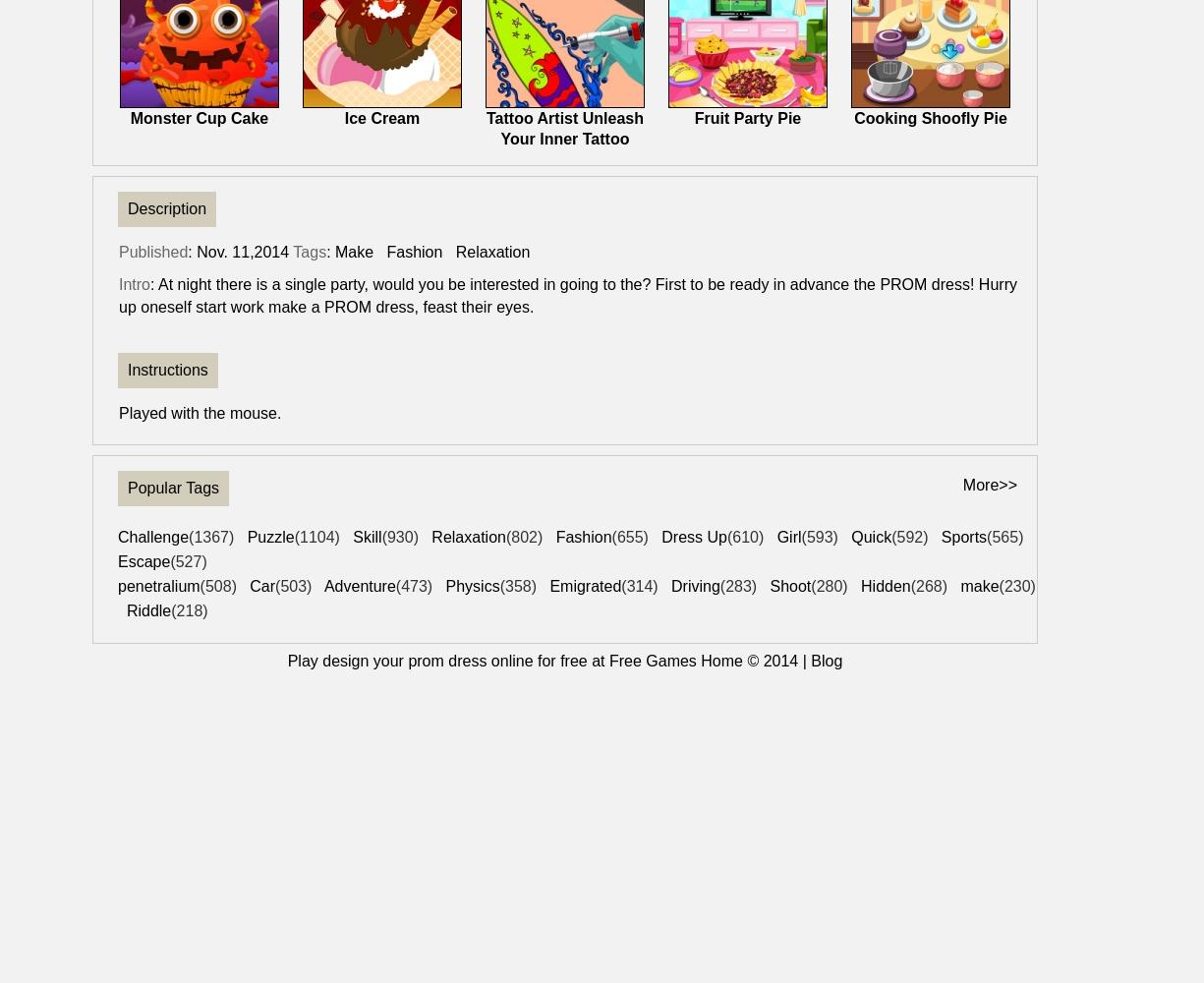 The height and width of the screenshot is (983, 1204). I want to click on 'Adventure', so click(359, 585).